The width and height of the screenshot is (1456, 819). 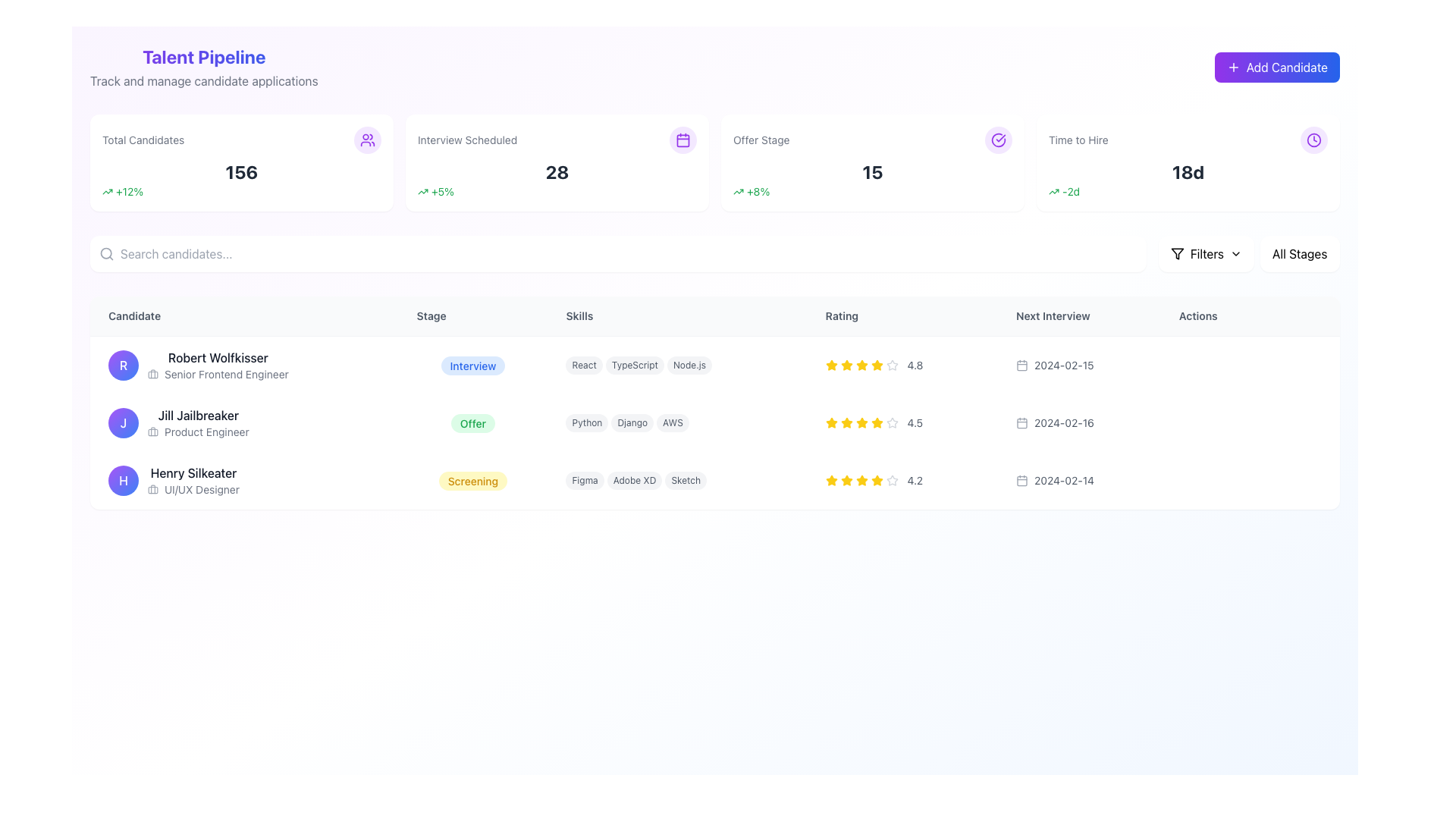 I want to click on the third star icon representing the third rating level for the candidate in the rating table, so click(x=830, y=480).